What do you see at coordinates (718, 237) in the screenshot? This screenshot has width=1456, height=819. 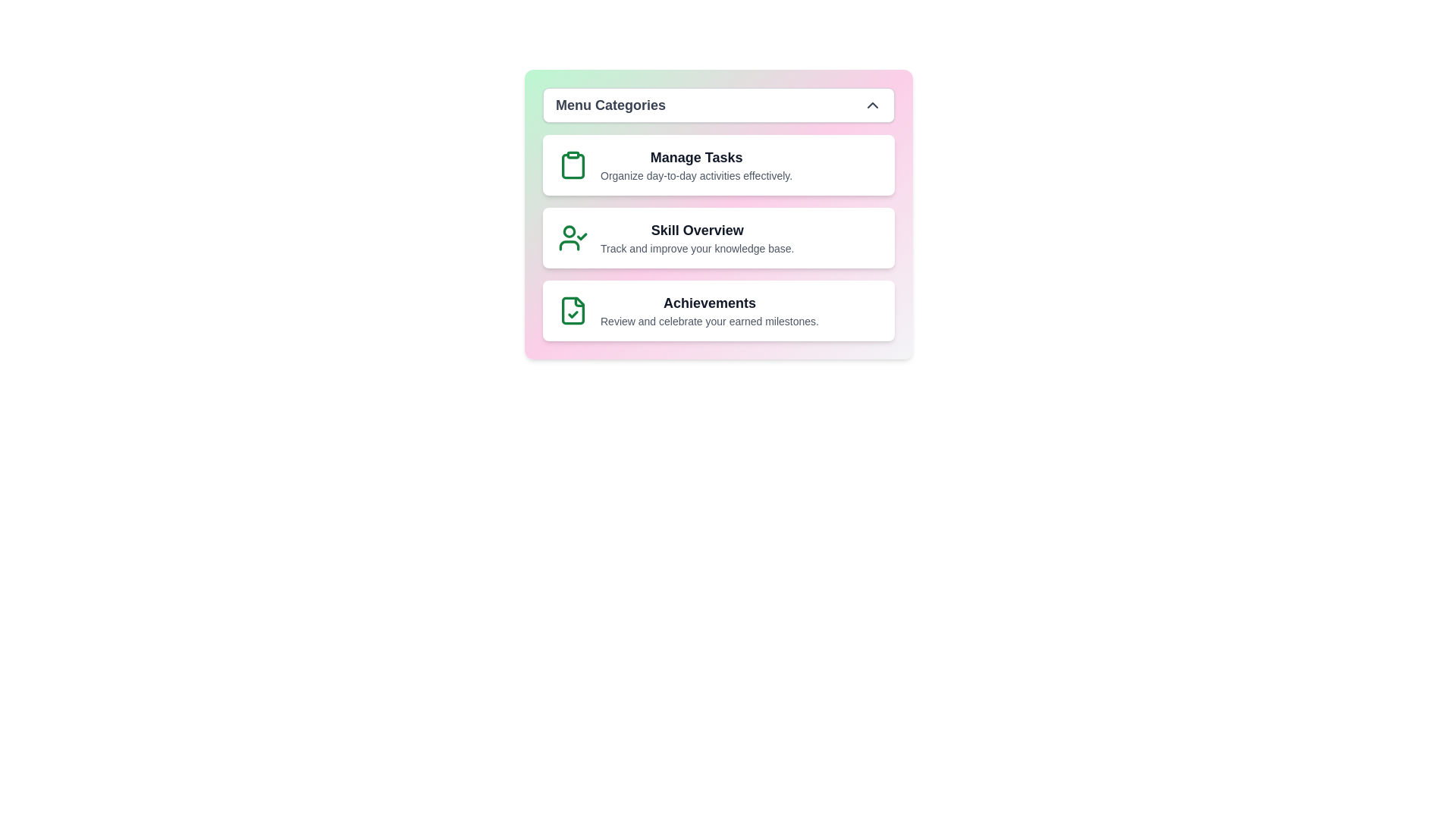 I see `the category card corresponding to Skill Overview` at bounding box center [718, 237].